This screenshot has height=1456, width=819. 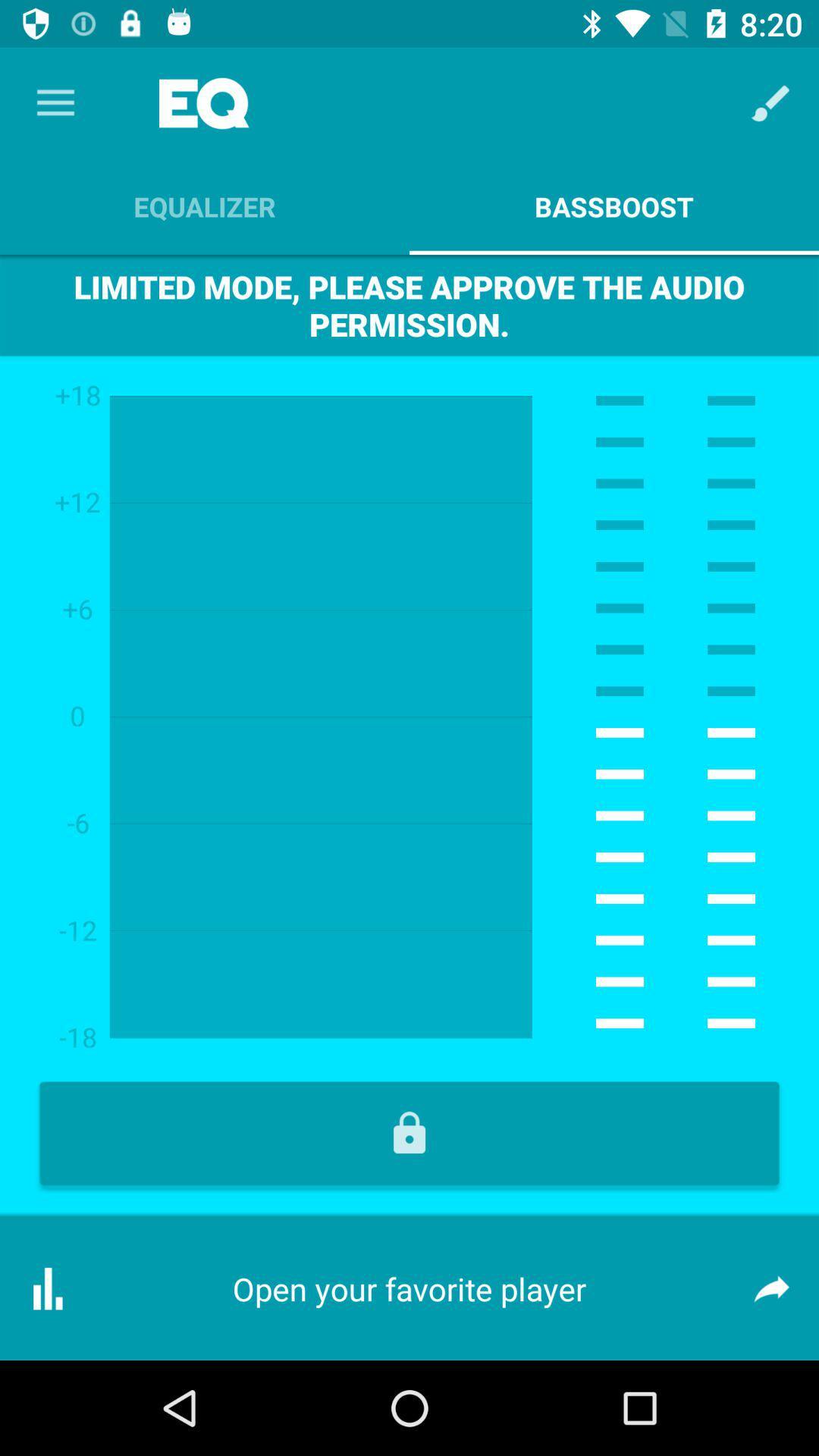 I want to click on limited mode please, so click(x=409, y=304).